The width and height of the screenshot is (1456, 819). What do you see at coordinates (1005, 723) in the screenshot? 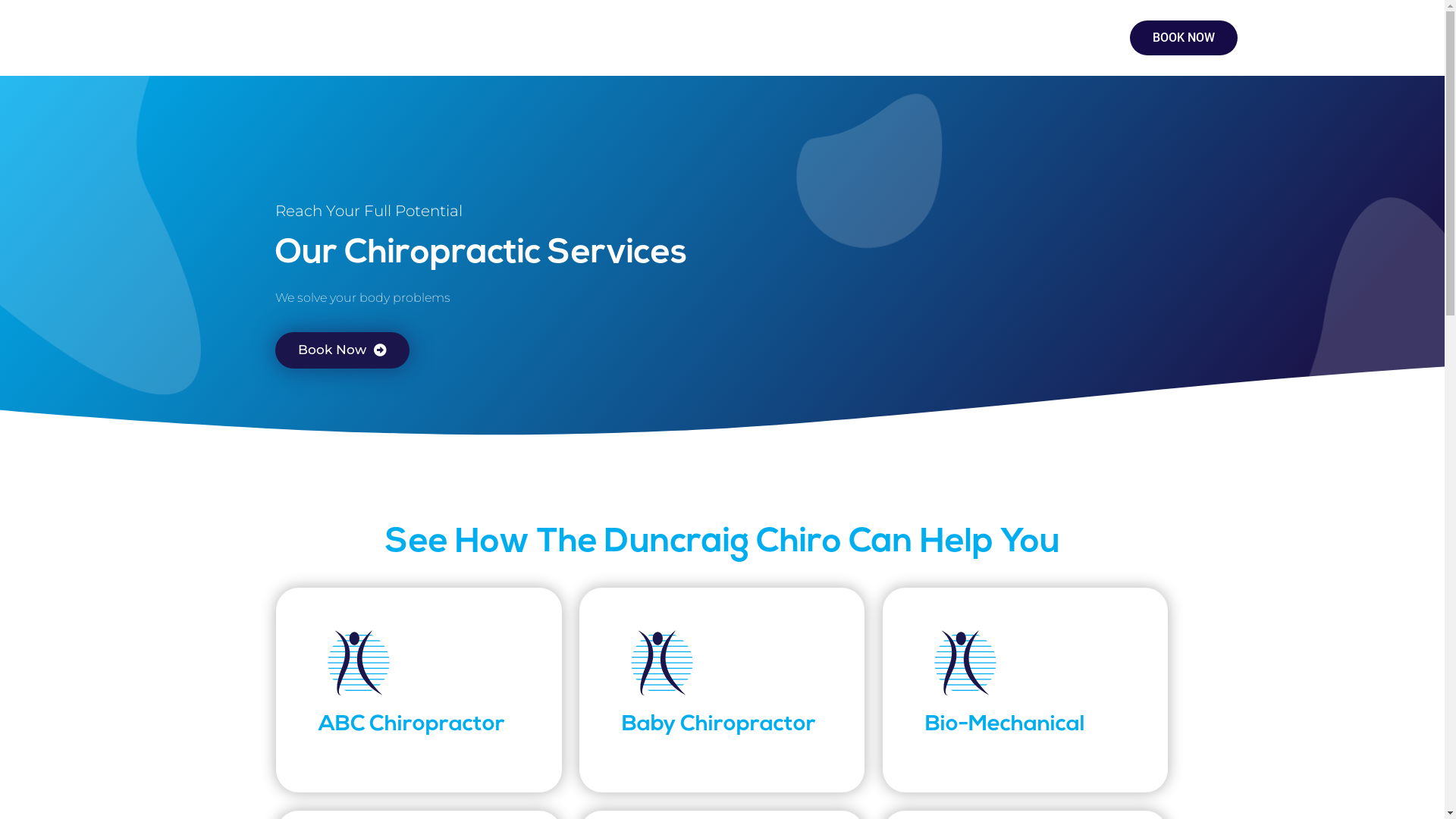
I see `'Bio-Mechanical'` at bounding box center [1005, 723].